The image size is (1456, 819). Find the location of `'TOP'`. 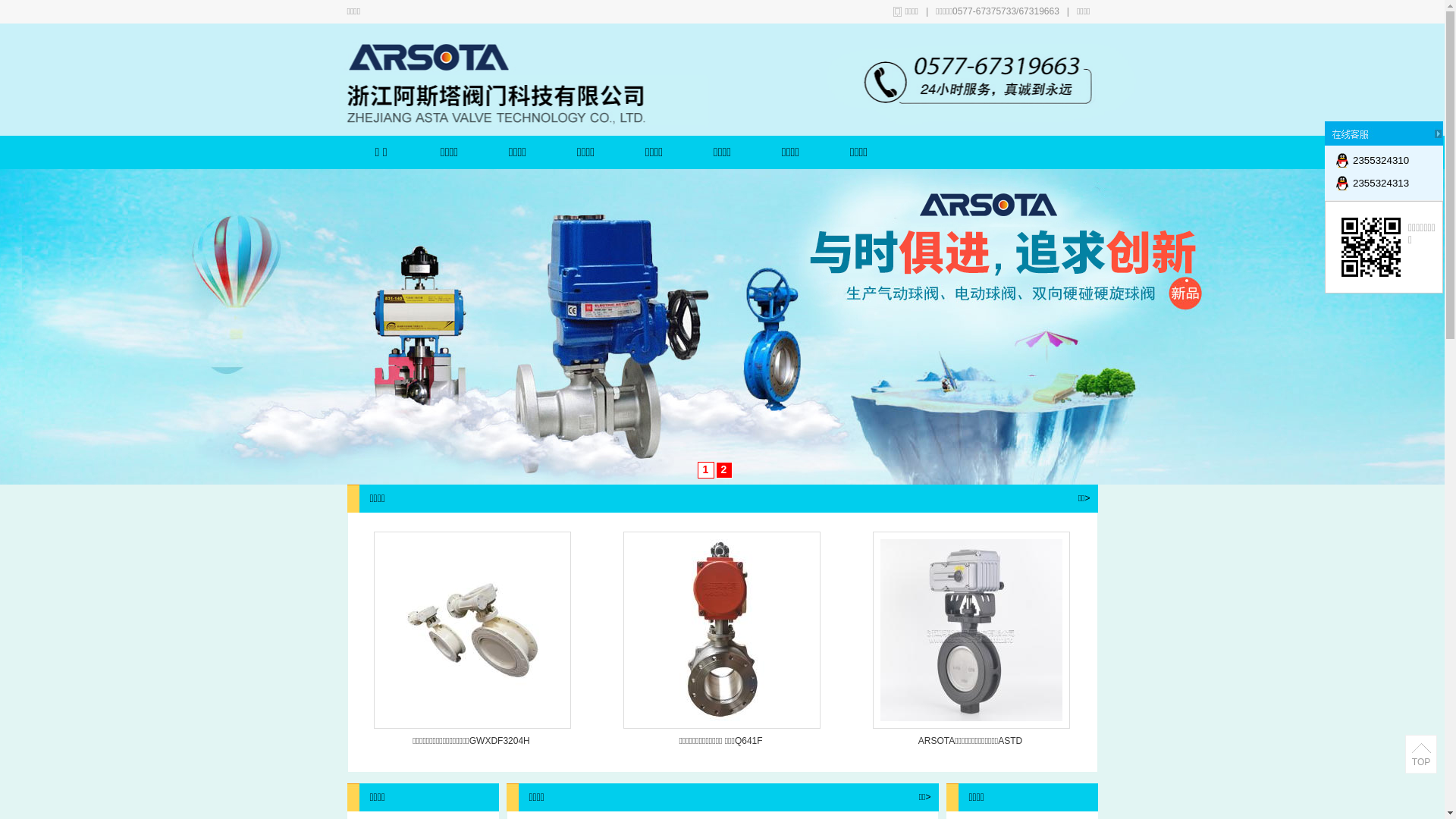

'TOP' is located at coordinates (1420, 755).